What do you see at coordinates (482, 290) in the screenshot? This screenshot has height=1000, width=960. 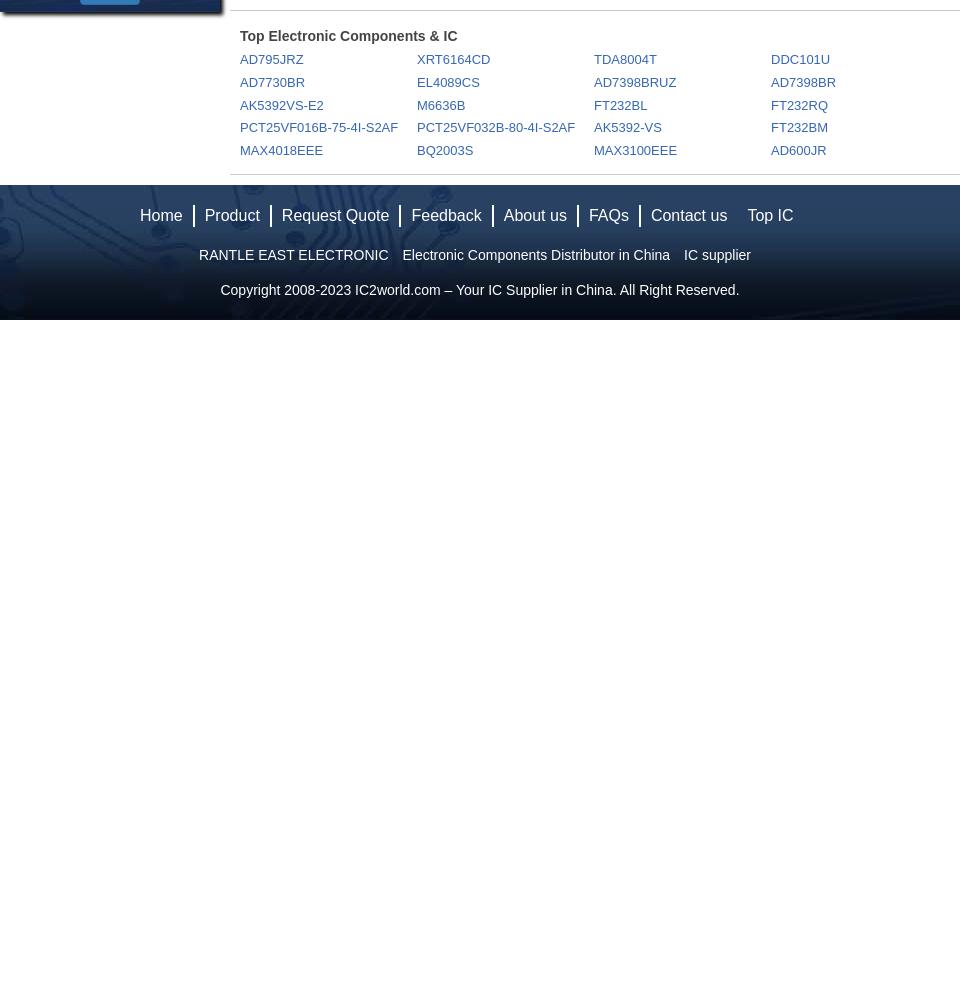 I see `'IC2world.com – Your IC Supplier in
            China'` at bounding box center [482, 290].